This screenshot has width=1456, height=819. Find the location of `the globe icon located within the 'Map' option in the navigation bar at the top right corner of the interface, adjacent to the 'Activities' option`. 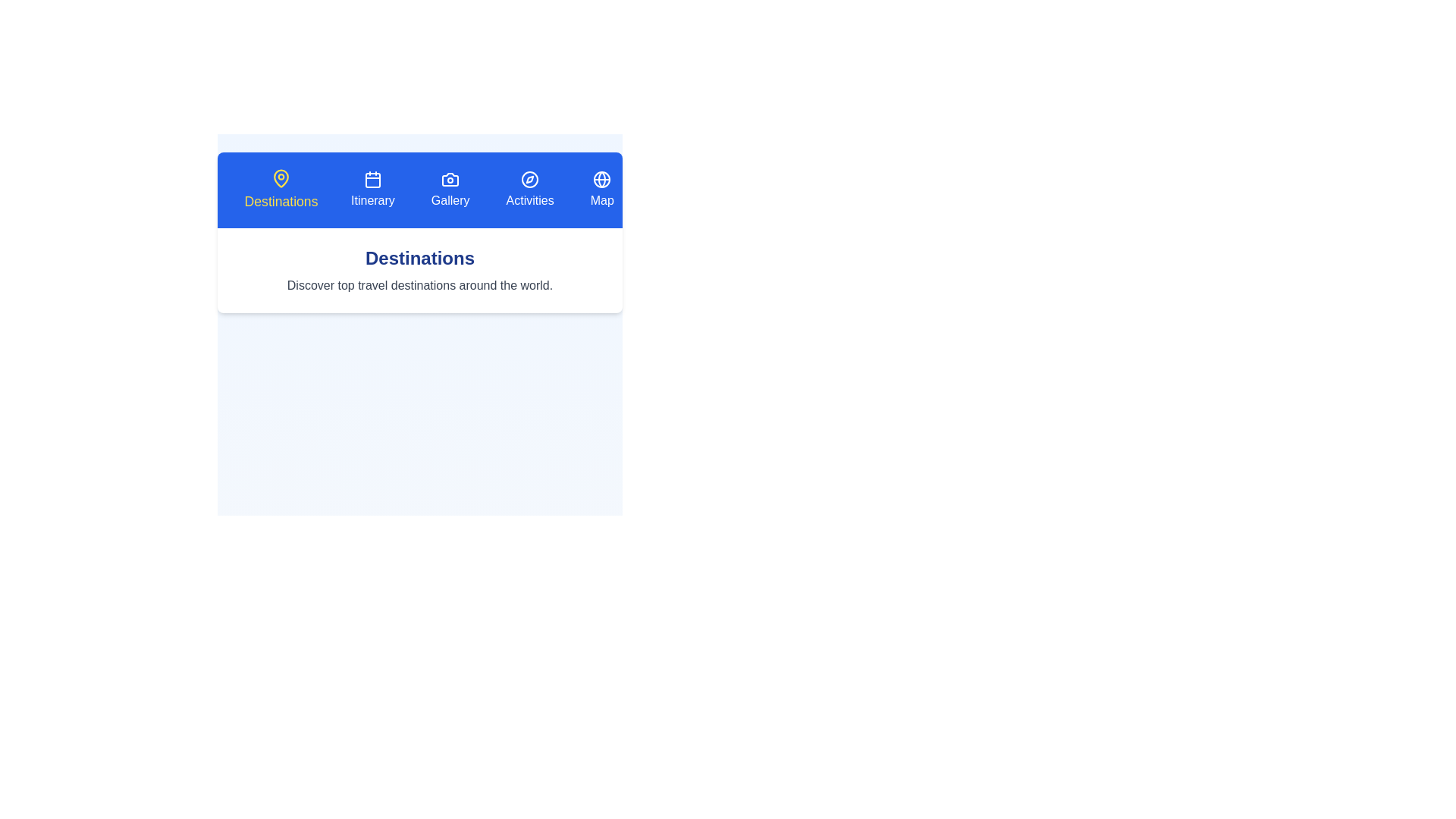

the globe icon located within the 'Map' option in the navigation bar at the top right corner of the interface, adjacent to the 'Activities' option is located at coordinates (601, 178).